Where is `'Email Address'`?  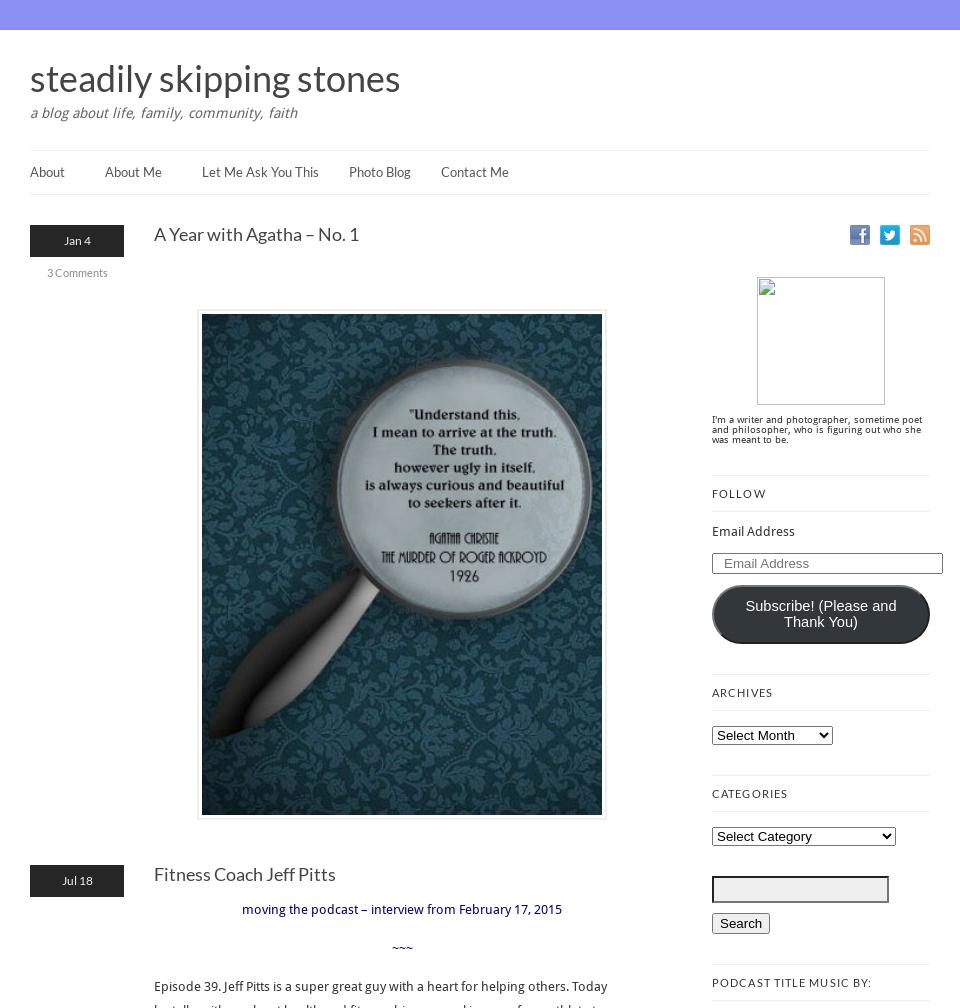 'Email Address' is located at coordinates (752, 531).